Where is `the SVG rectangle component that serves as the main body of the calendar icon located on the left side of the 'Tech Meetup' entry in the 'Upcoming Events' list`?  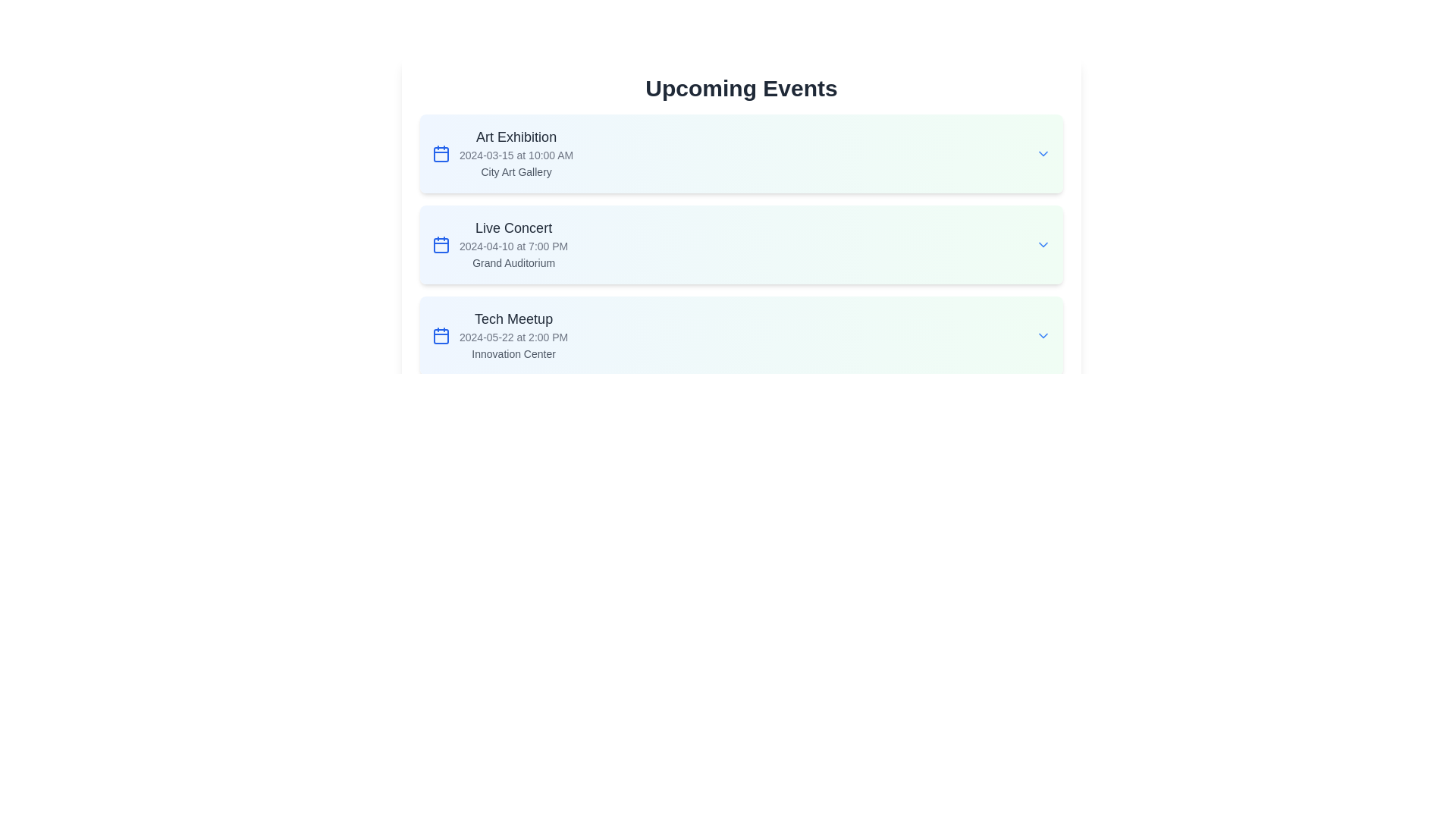 the SVG rectangle component that serves as the main body of the calendar icon located on the left side of the 'Tech Meetup' entry in the 'Upcoming Events' list is located at coordinates (440, 335).